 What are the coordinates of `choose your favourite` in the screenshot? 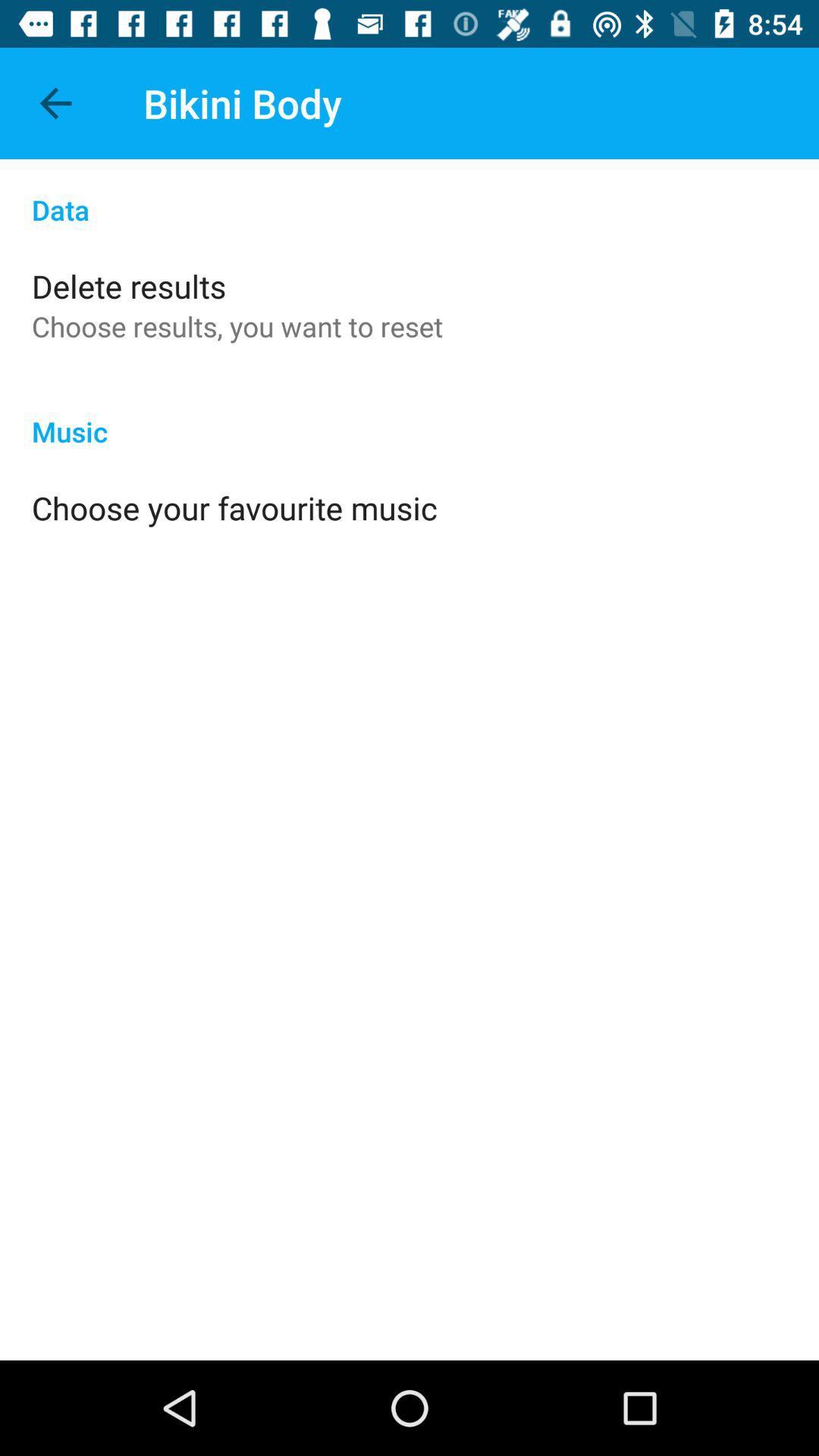 It's located at (234, 507).